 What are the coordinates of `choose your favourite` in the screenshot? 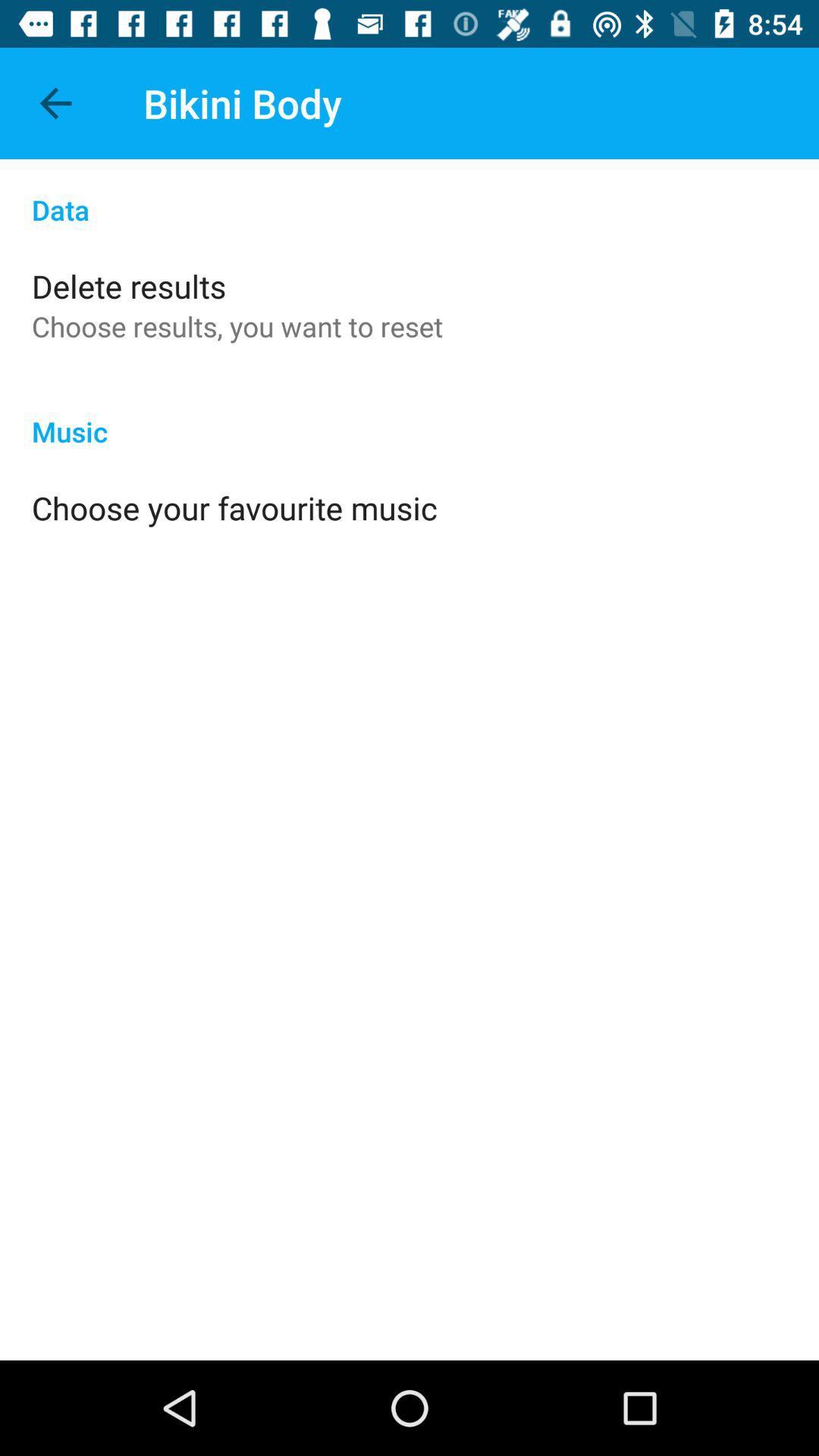 It's located at (234, 507).